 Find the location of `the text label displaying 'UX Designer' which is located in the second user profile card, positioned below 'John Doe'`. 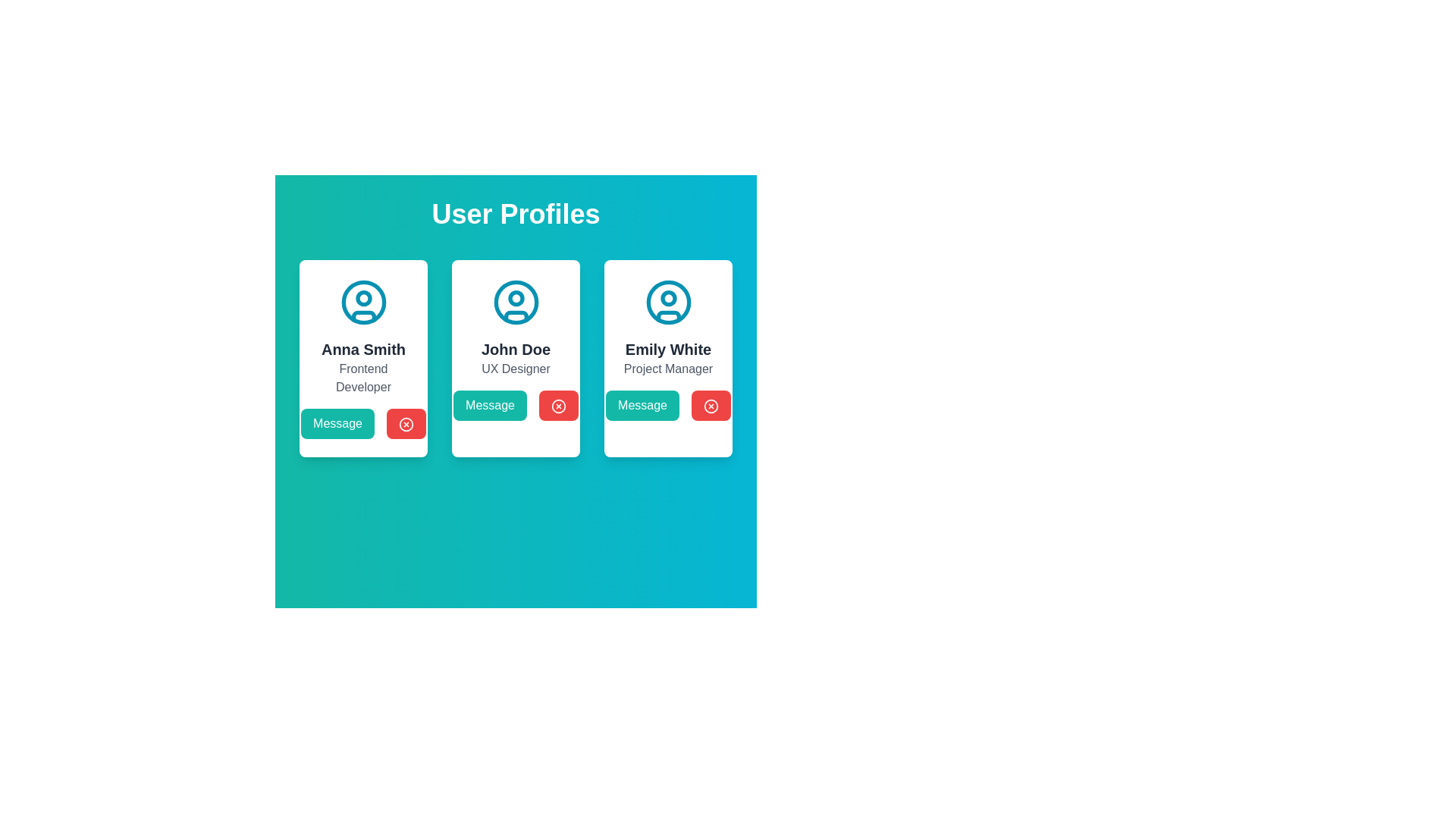

the text label displaying 'UX Designer' which is located in the second user profile card, positioned below 'John Doe' is located at coordinates (516, 369).